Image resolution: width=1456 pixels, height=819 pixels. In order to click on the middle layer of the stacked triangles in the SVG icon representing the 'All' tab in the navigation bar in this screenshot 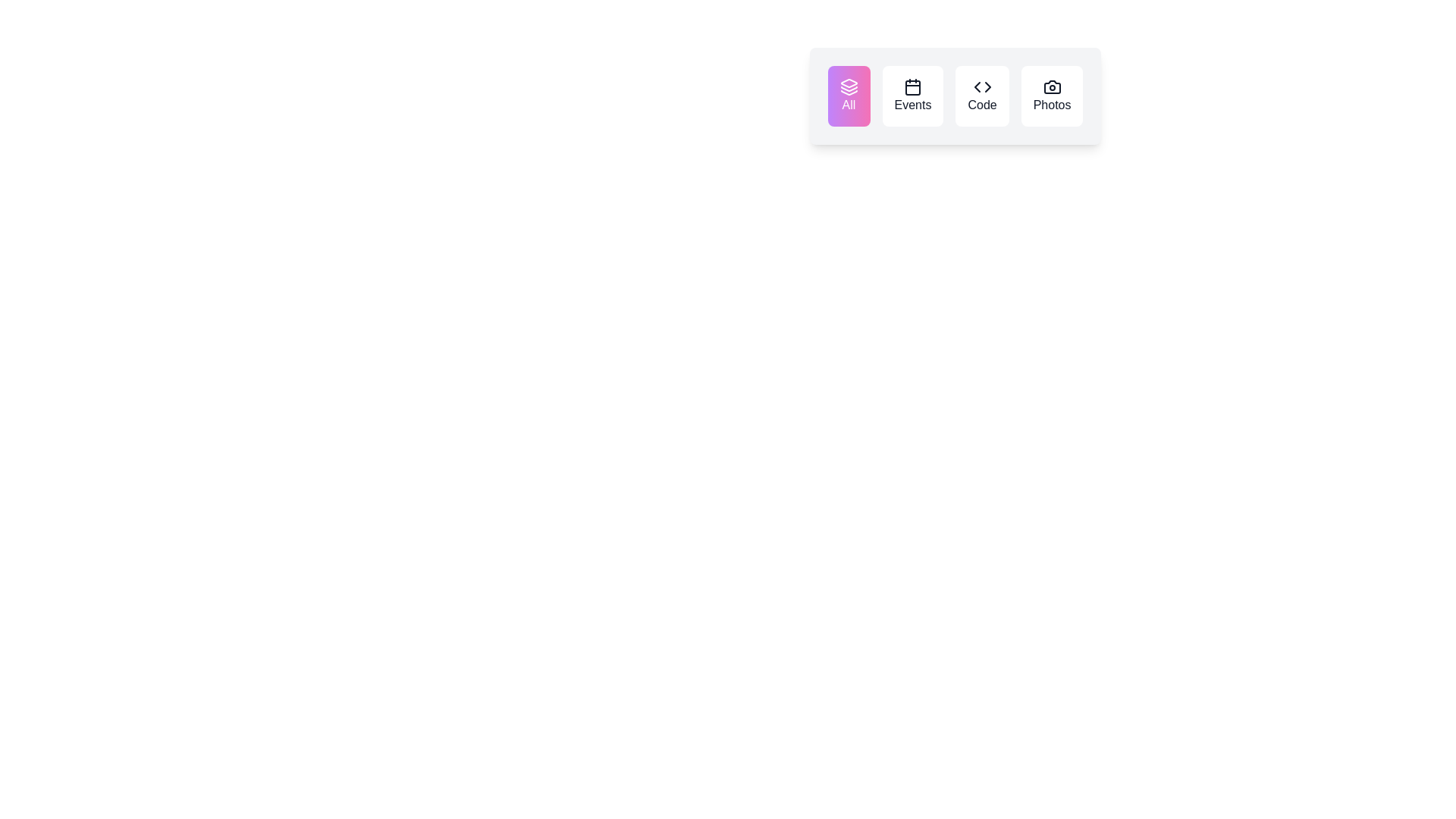, I will do `click(848, 89)`.